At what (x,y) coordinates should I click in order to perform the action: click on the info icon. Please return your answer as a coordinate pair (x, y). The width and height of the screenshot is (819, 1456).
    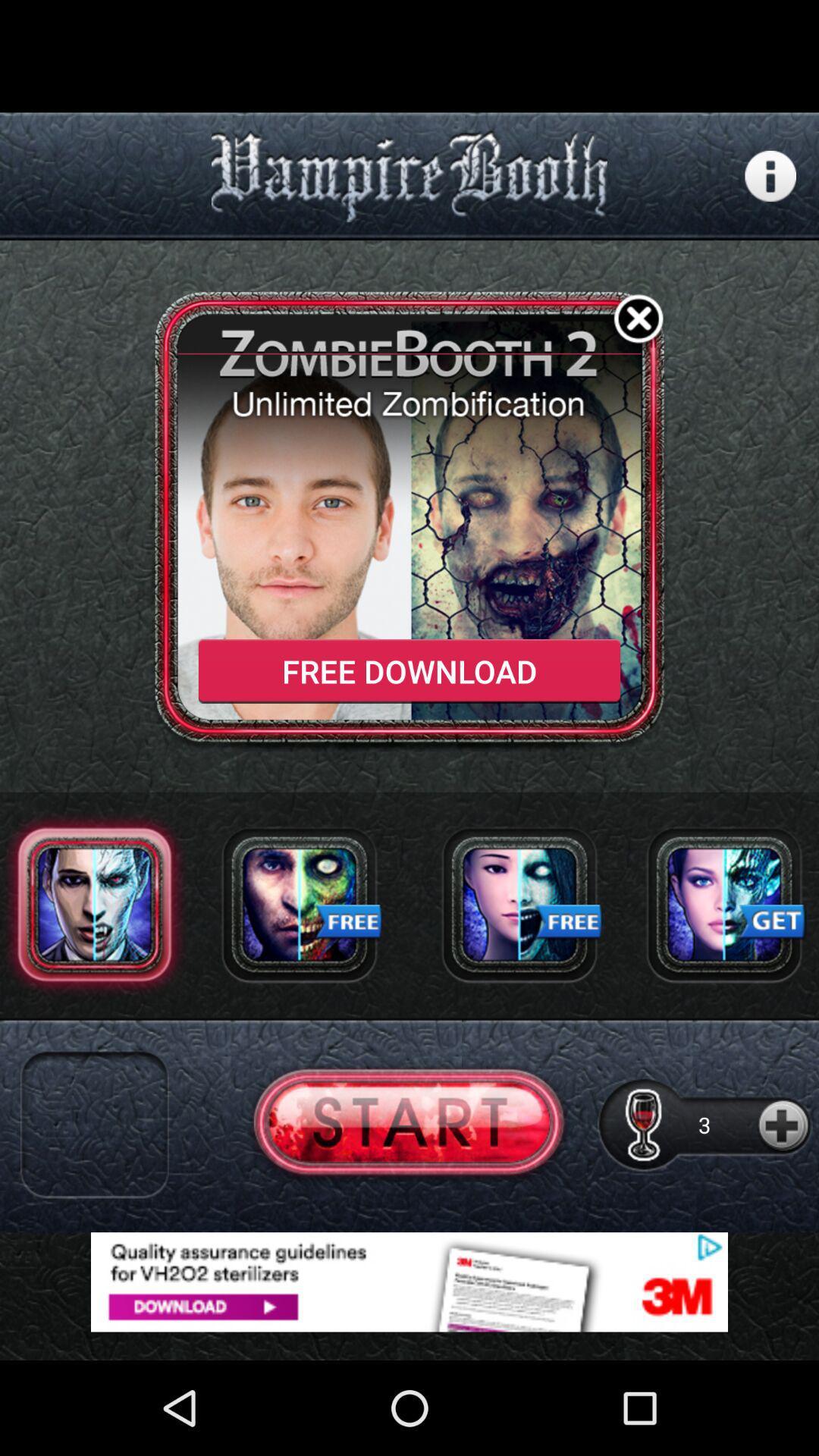
    Looking at the image, I should click on (770, 187).